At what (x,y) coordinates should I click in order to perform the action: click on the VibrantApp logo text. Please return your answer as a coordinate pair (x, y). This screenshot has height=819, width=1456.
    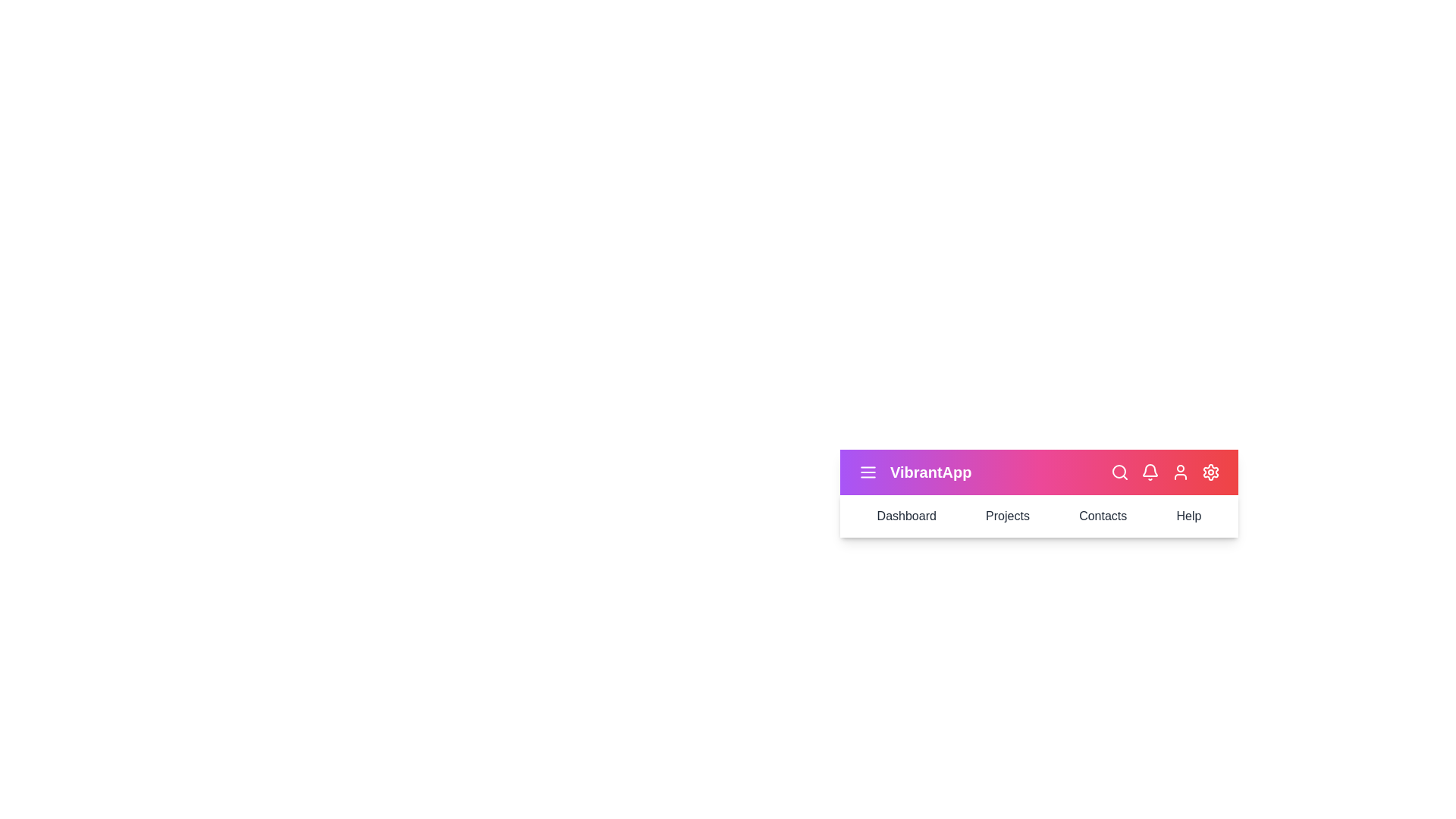
    Looking at the image, I should click on (930, 472).